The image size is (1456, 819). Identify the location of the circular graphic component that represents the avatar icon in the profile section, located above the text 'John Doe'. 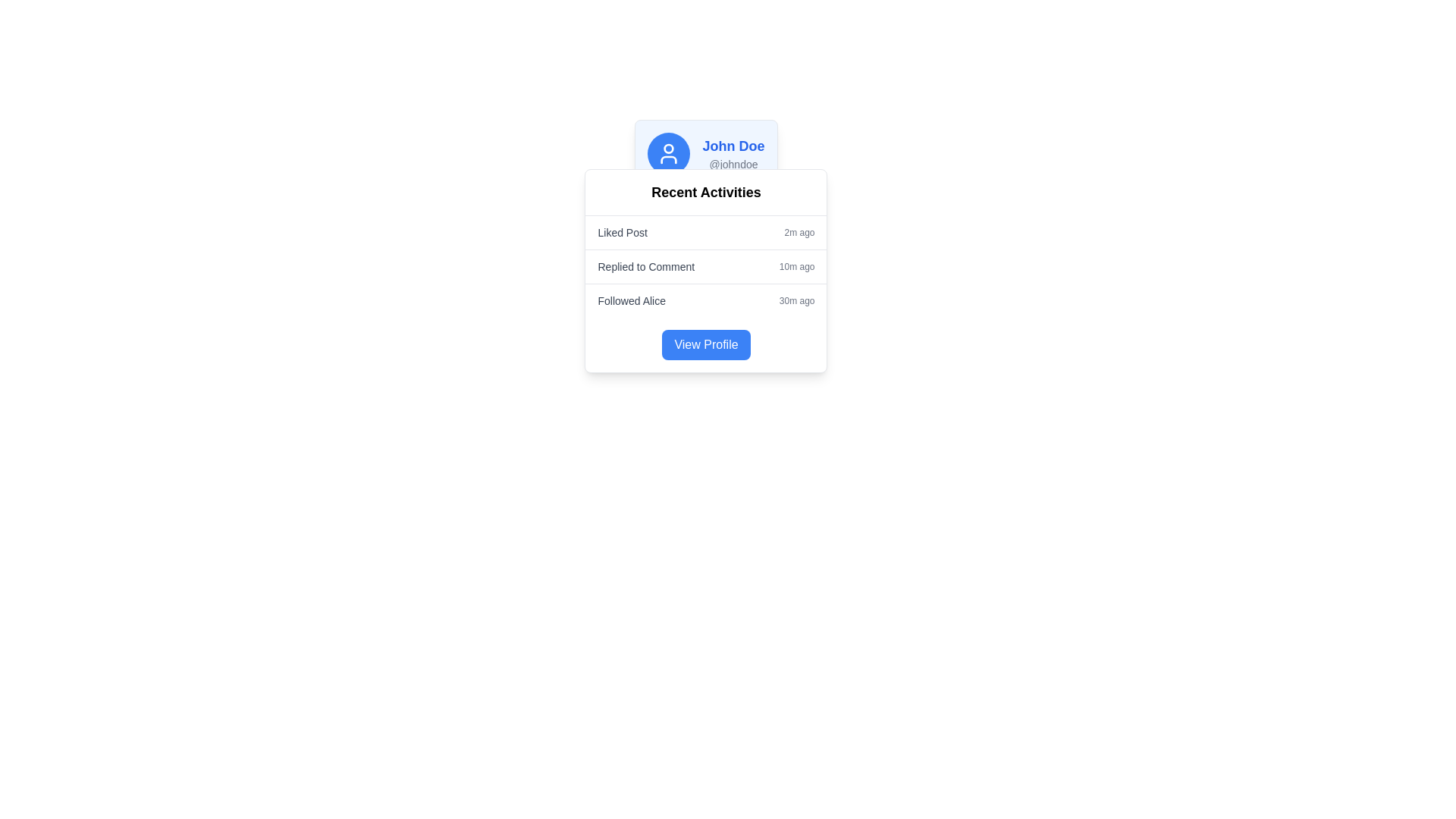
(668, 149).